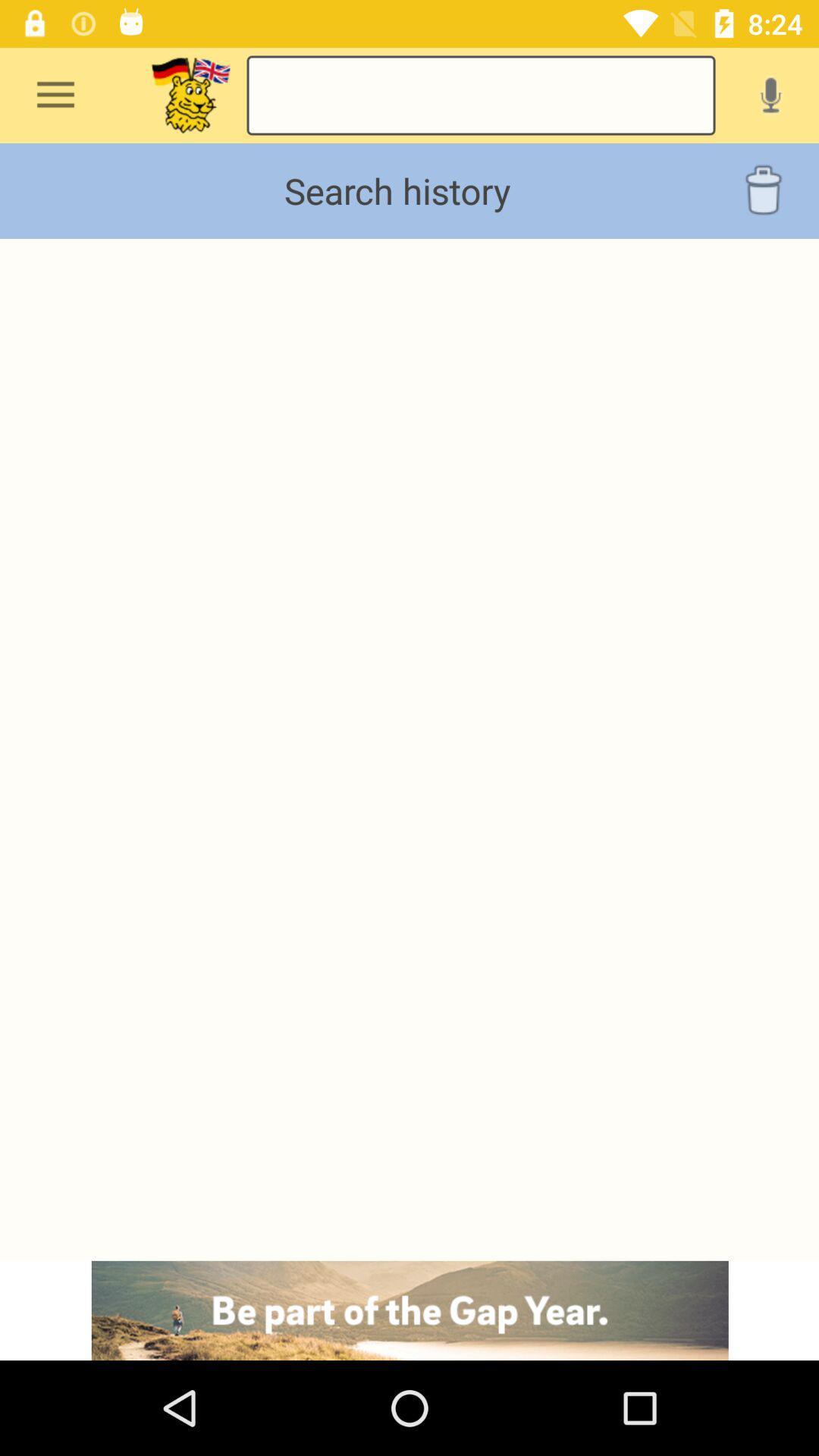  What do you see at coordinates (409, 1310) in the screenshot?
I see `advertisement page` at bounding box center [409, 1310].